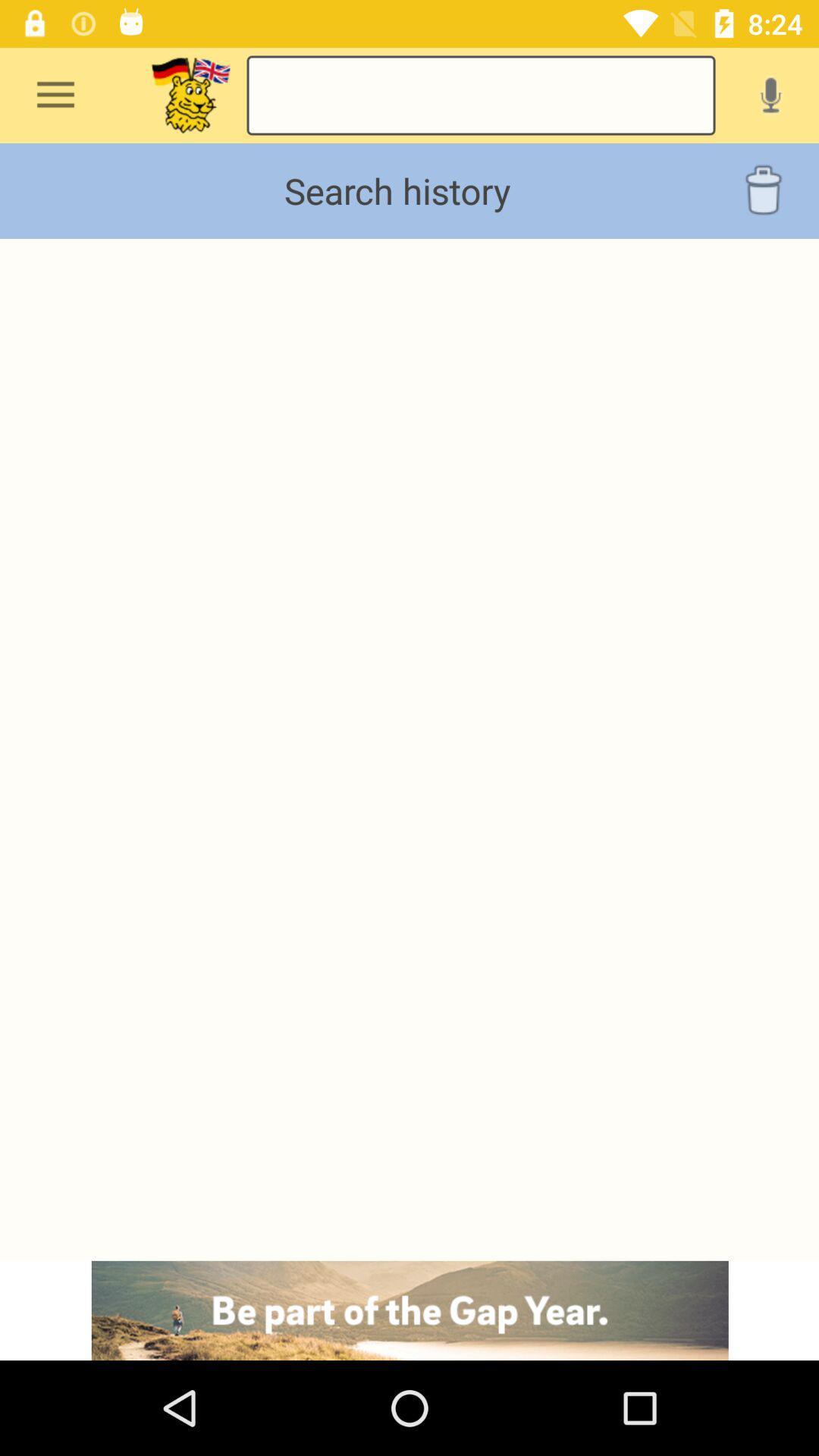  What do you see at coordinates (409, 1310) in the screenshot?
I see `advertisement page` at bounding box center [409, 1310].